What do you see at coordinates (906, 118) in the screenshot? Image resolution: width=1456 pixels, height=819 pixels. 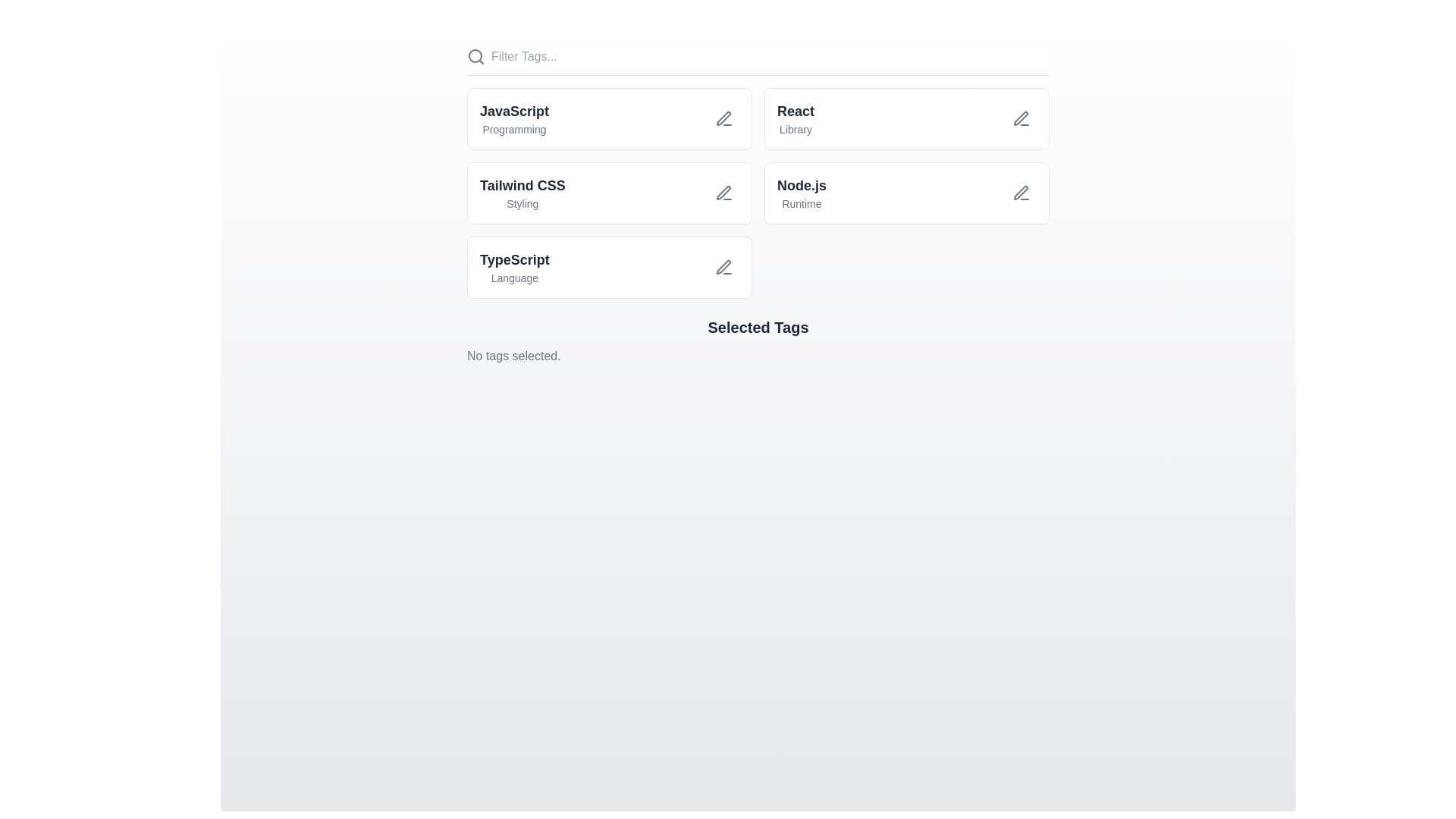 I see `to select the 'React / Library' category card, which is the second card in a two-column grid layout` at bounding box center [906, 118].